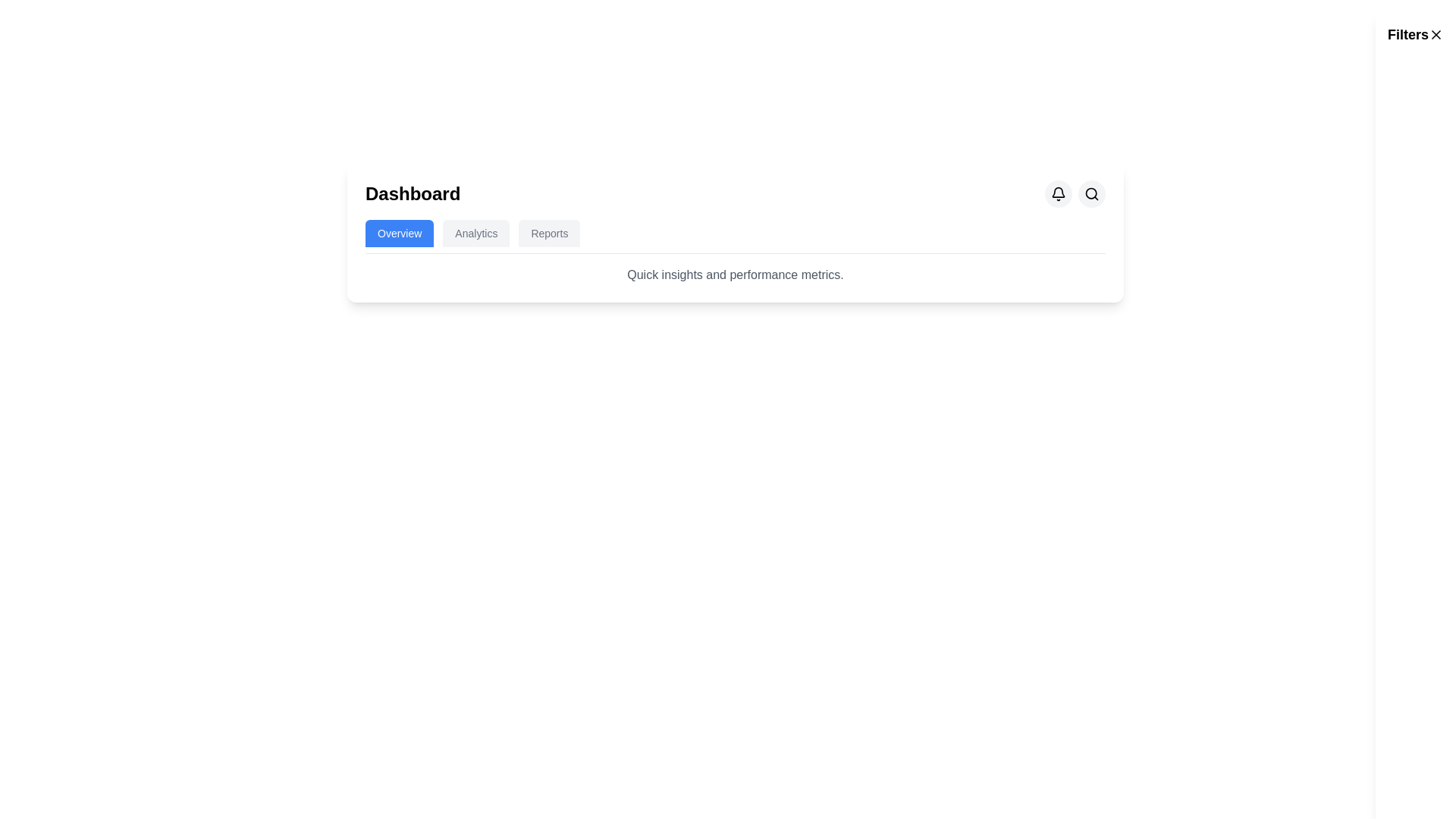 The image size is (1456, 819). I want to click on the 'Analytics' tab in the navigation section, so click(475, 234).